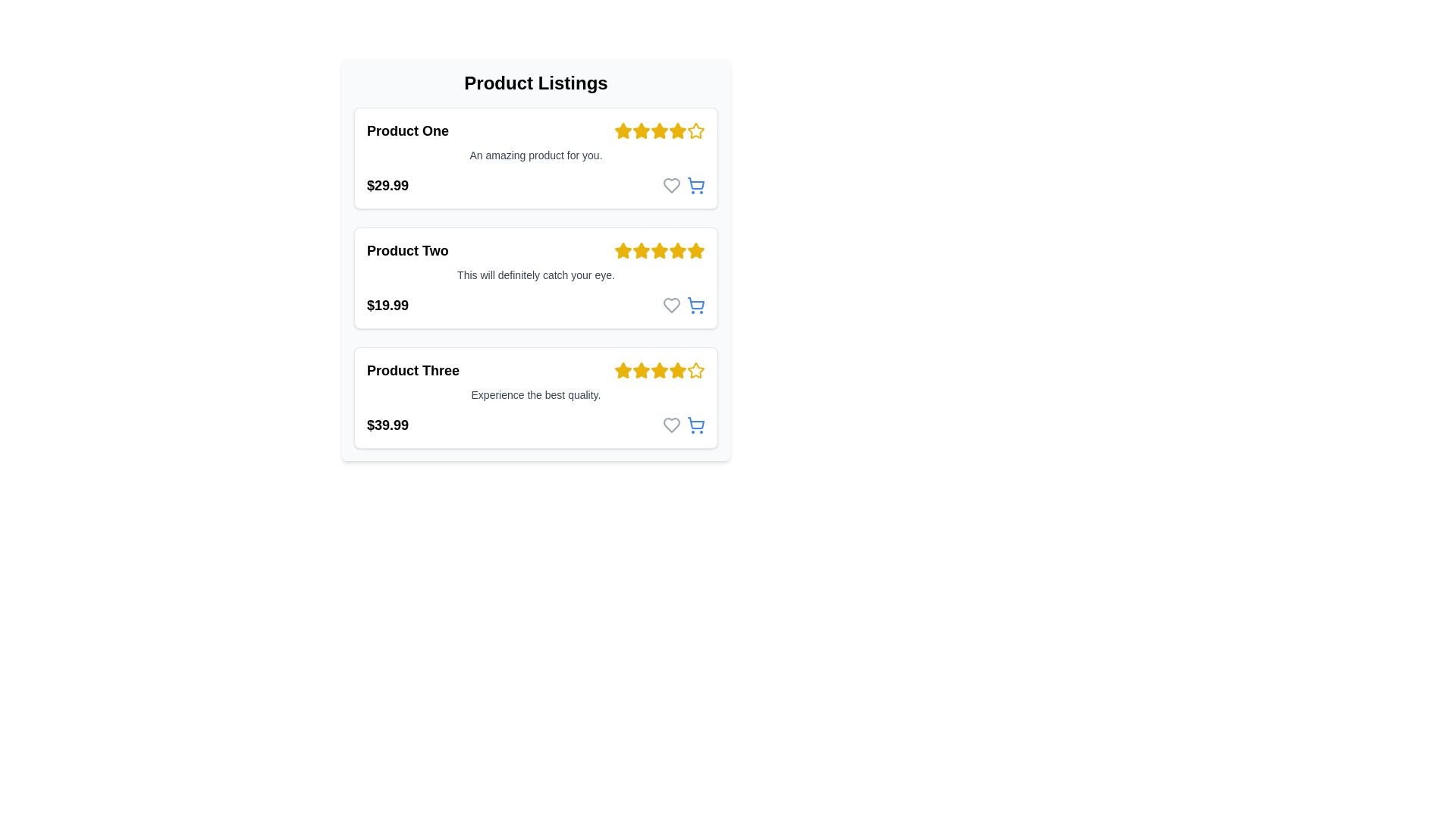 This screenshot has width=1456, height=819. I want to click on the 'like' or 'favorite' button located in the second product row, positioned to the right of the product description and price, and to the left of the shopping cart icon, so click(671, 305).